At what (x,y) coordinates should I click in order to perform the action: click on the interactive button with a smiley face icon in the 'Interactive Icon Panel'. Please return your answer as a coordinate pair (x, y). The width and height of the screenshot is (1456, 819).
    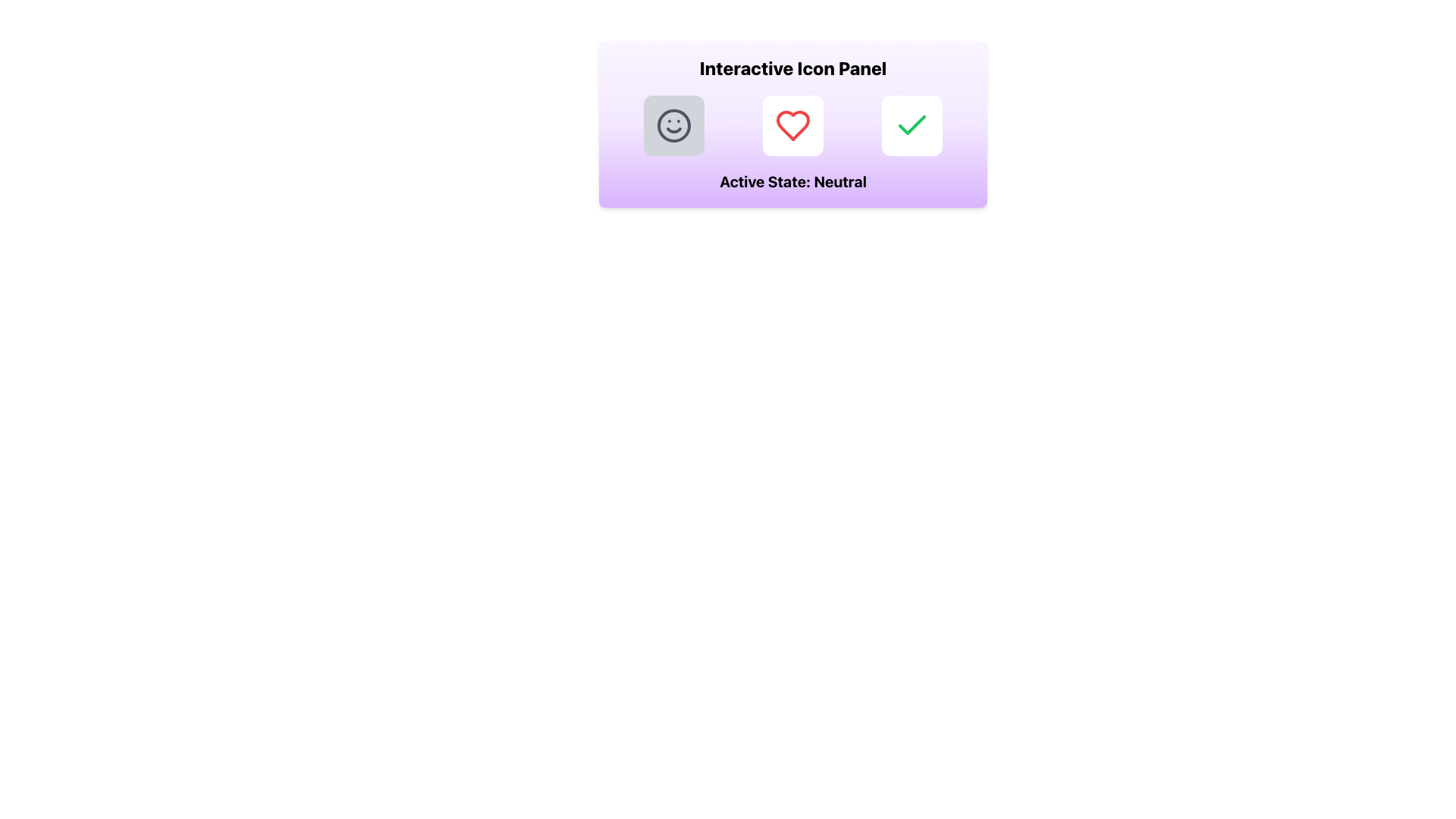
    Looking at the image, I should click on (673, 124).